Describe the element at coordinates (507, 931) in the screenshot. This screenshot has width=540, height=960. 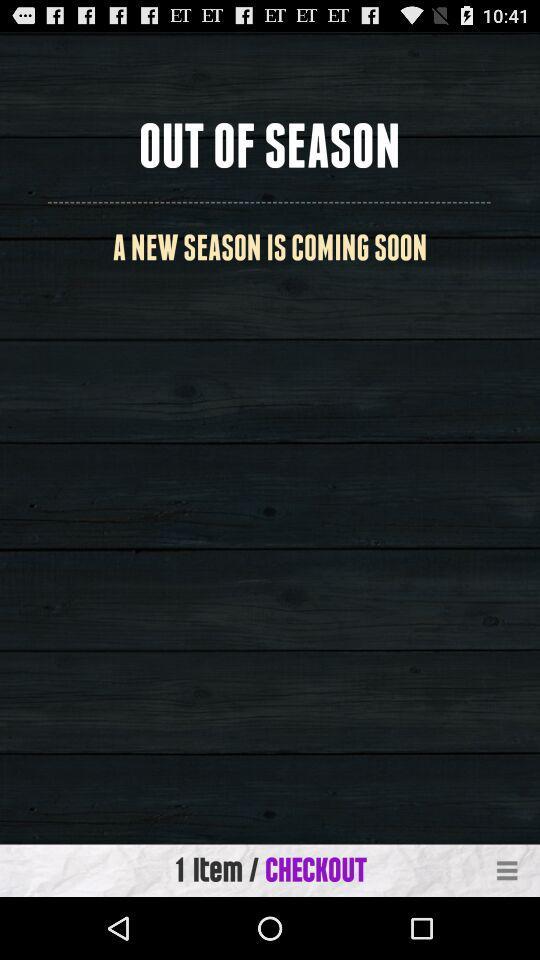
I see `the menu icon` at that location.